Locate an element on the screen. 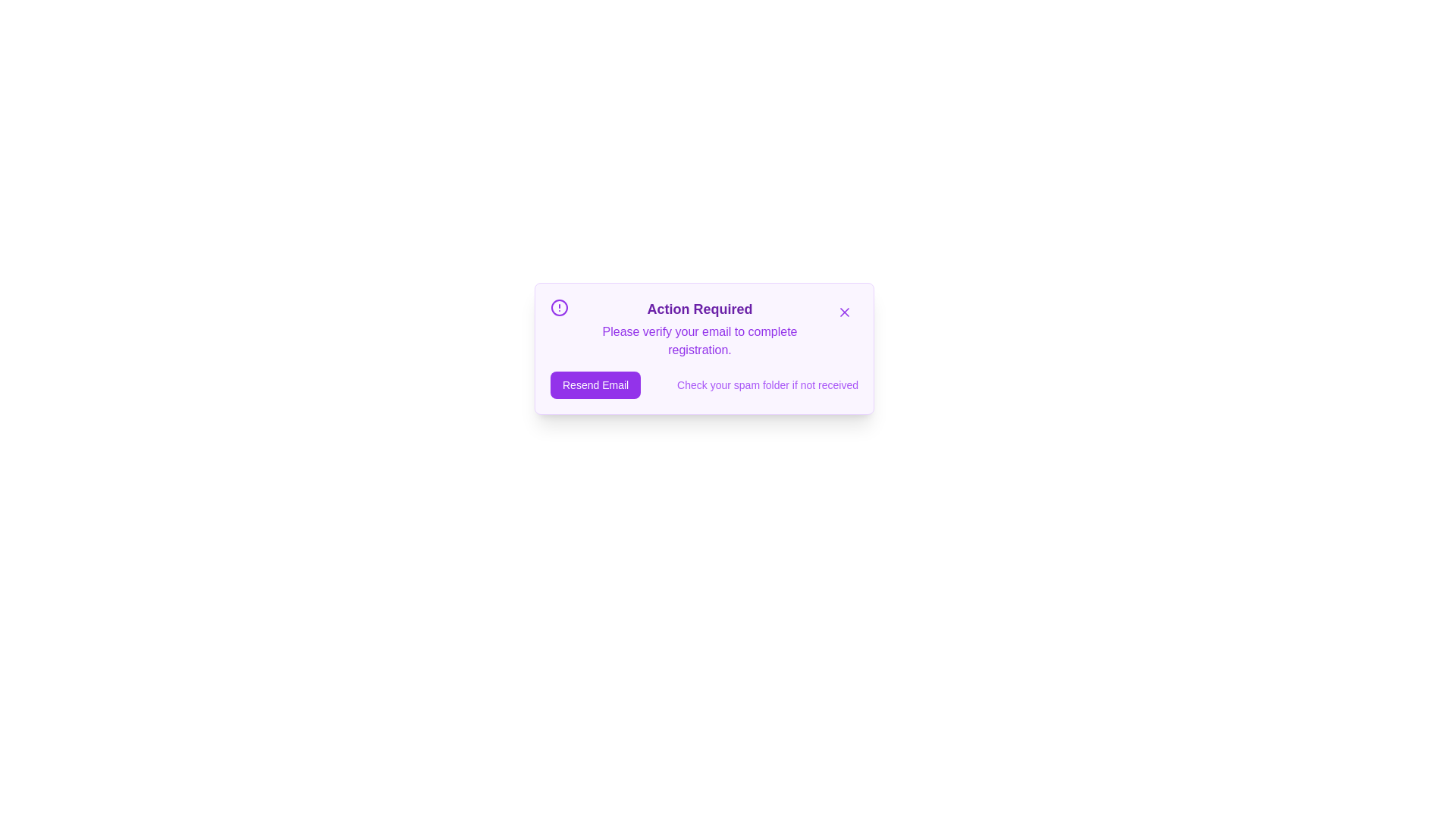  the alert icon to focus on it is located at coordinates (559, 307).